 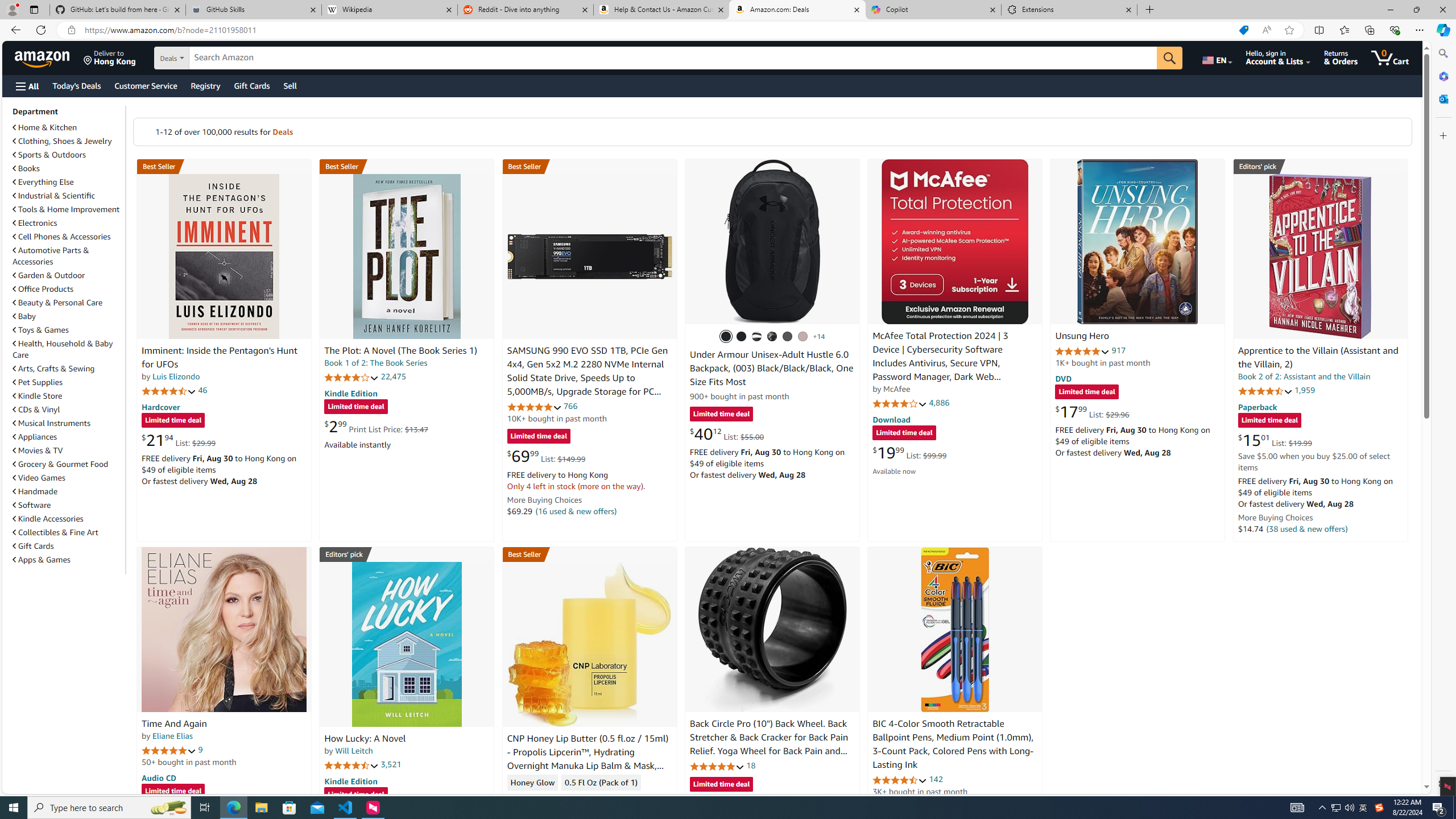 I want to click on 'Appliances', so click(x=67, y=436).